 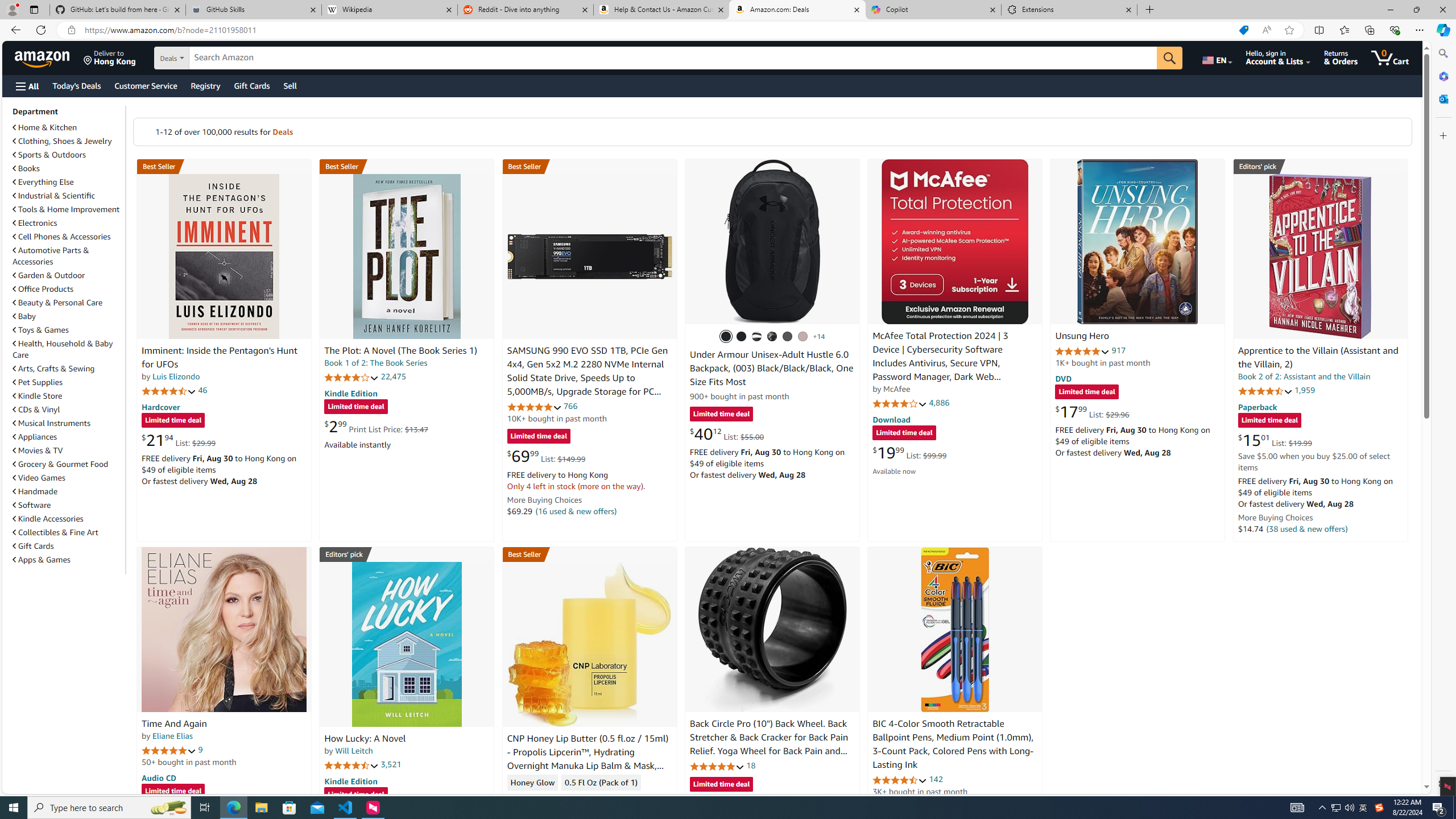 I want to click on 'Appliances', so click(x=67, y=436).